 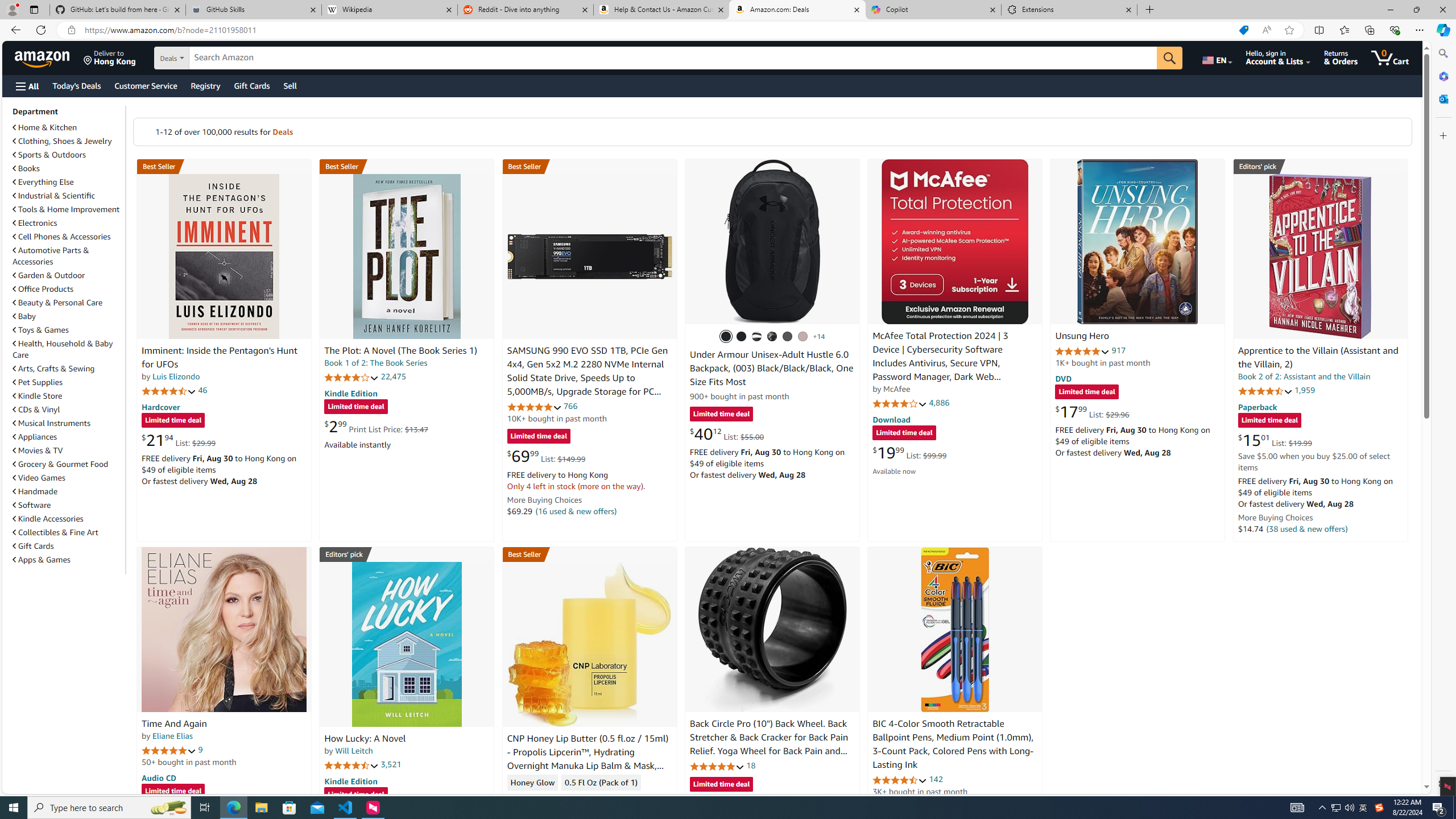 I want to click on 'Appliances', so click(x=67, y=436).